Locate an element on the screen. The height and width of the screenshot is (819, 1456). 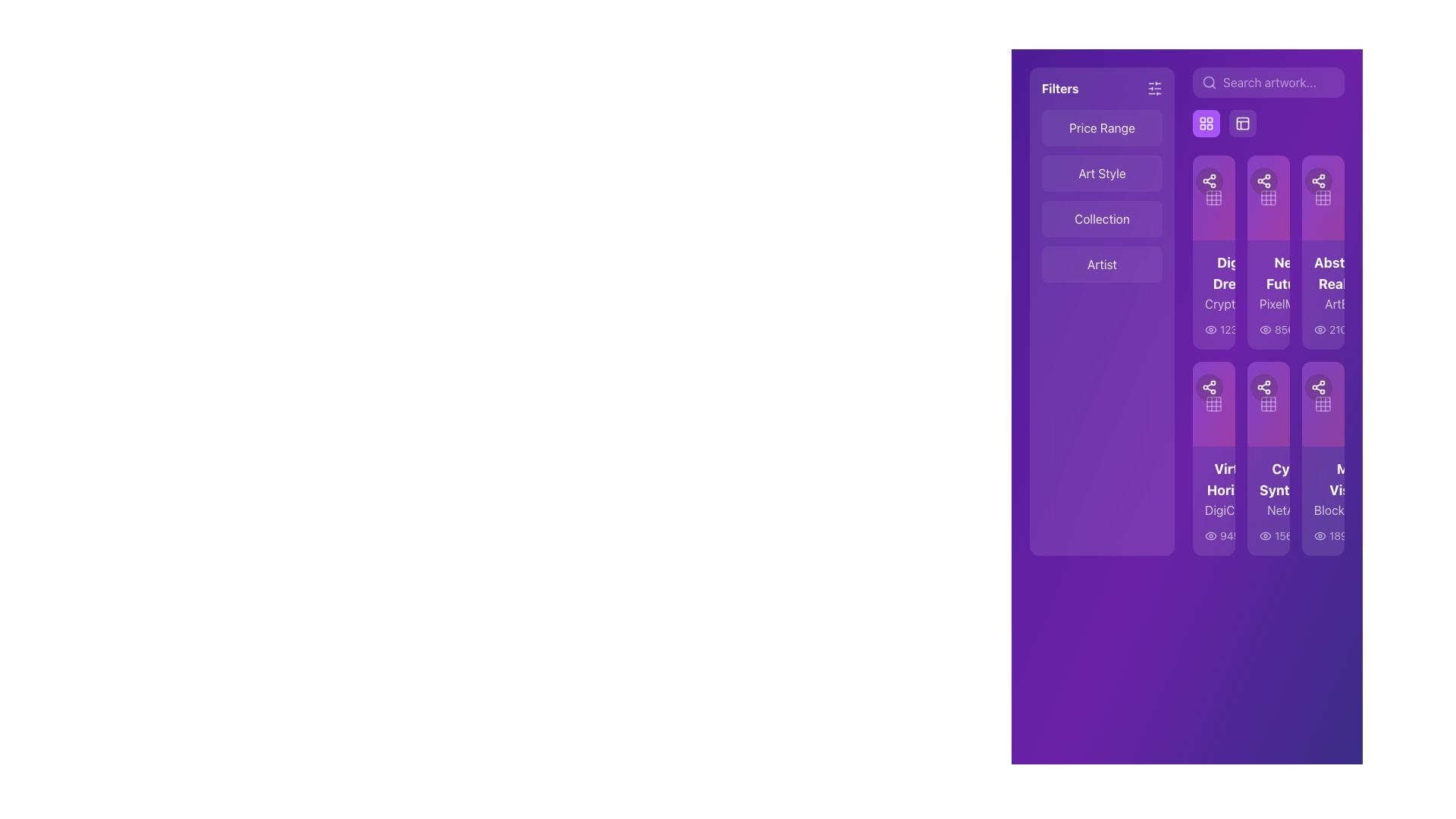
the 'Art Style' button, which is a rectangular button with rounded corners and contains the text 'Art Style' centered within it, located under the 'Filters' section is located at coordinates (1102, 172).